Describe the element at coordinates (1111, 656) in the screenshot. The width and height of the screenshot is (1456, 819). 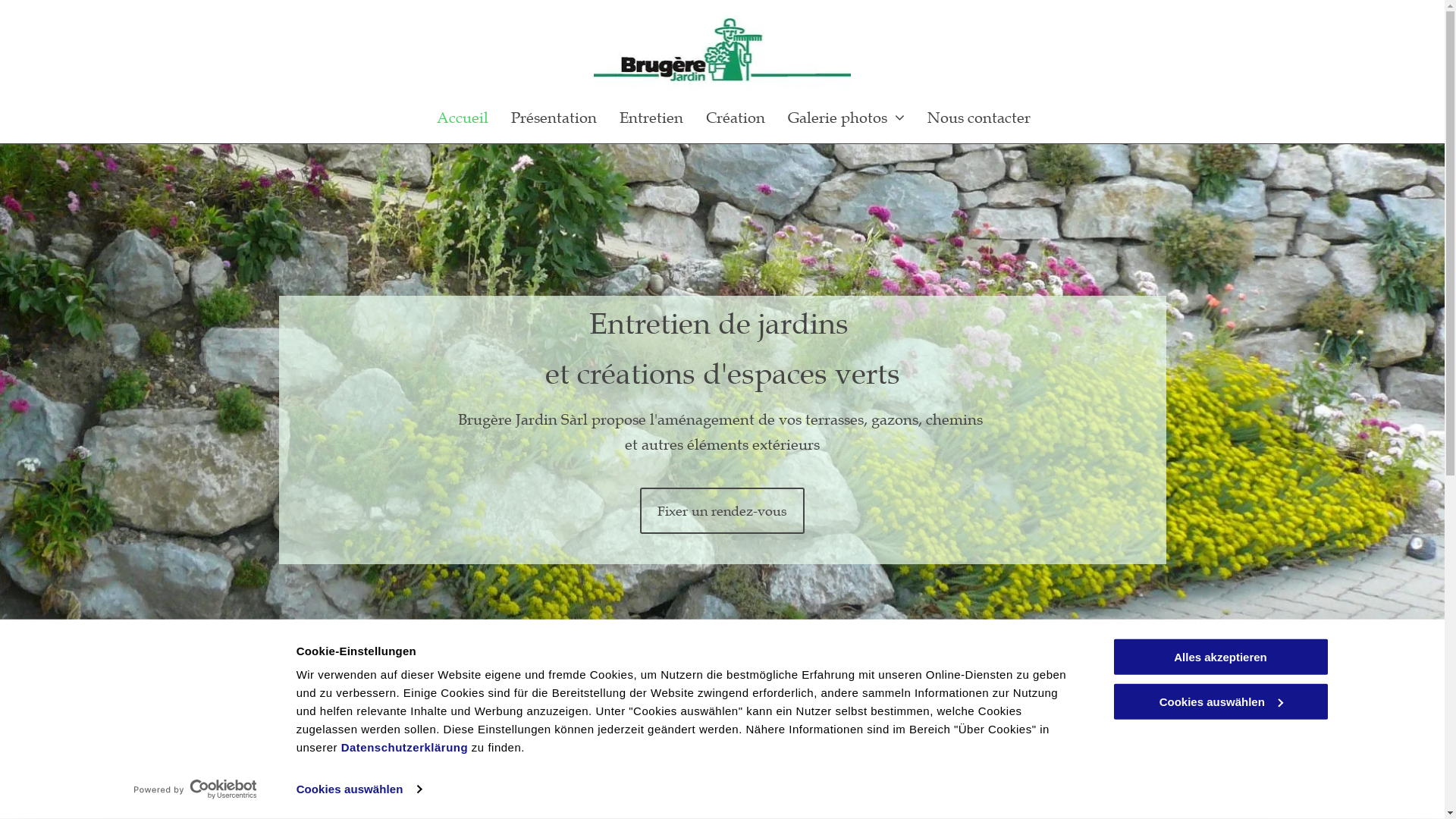
I see `'Alles akzeptieren'` at that location.